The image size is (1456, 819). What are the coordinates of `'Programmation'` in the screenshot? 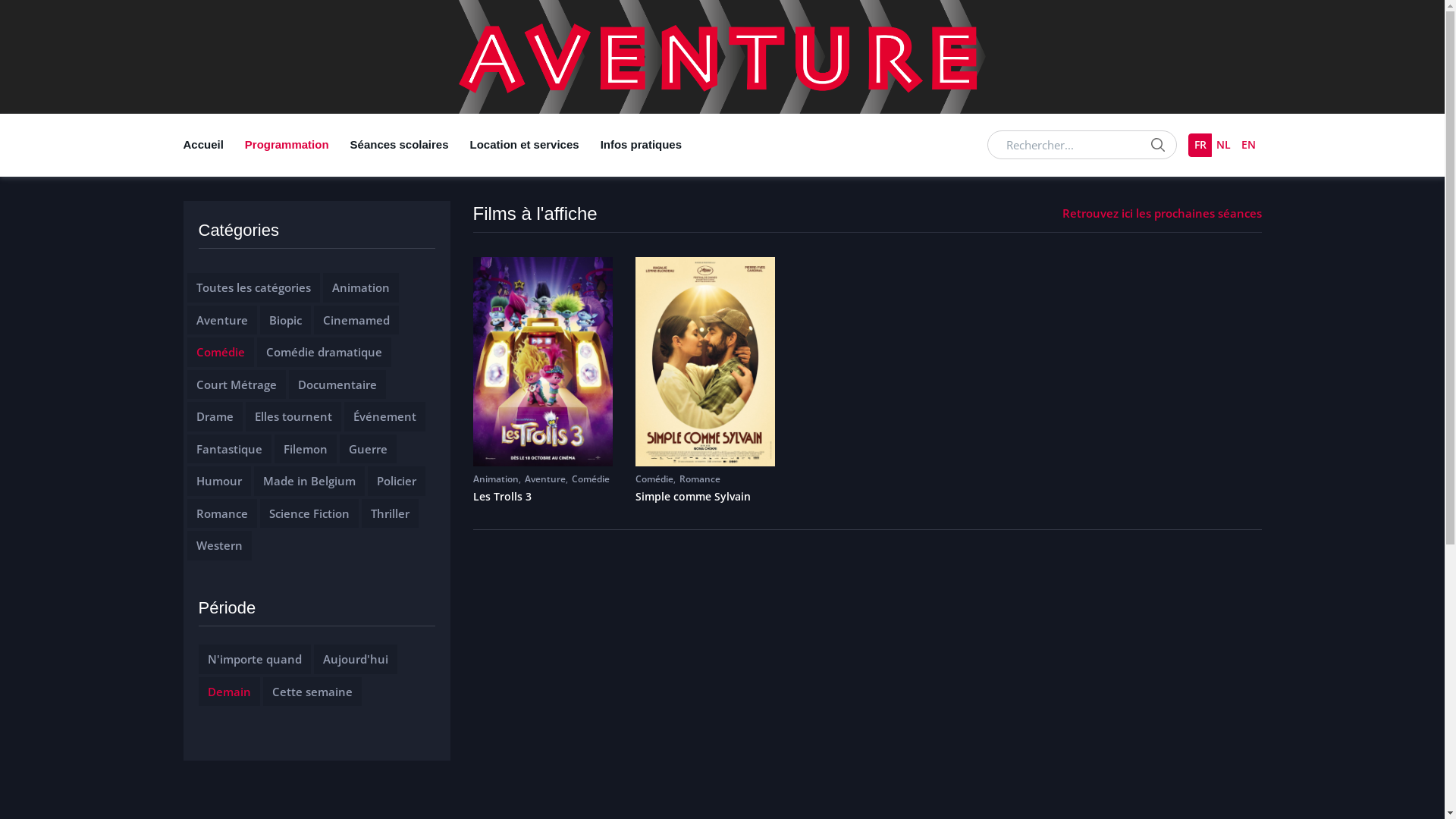 It's located at (233, 145).